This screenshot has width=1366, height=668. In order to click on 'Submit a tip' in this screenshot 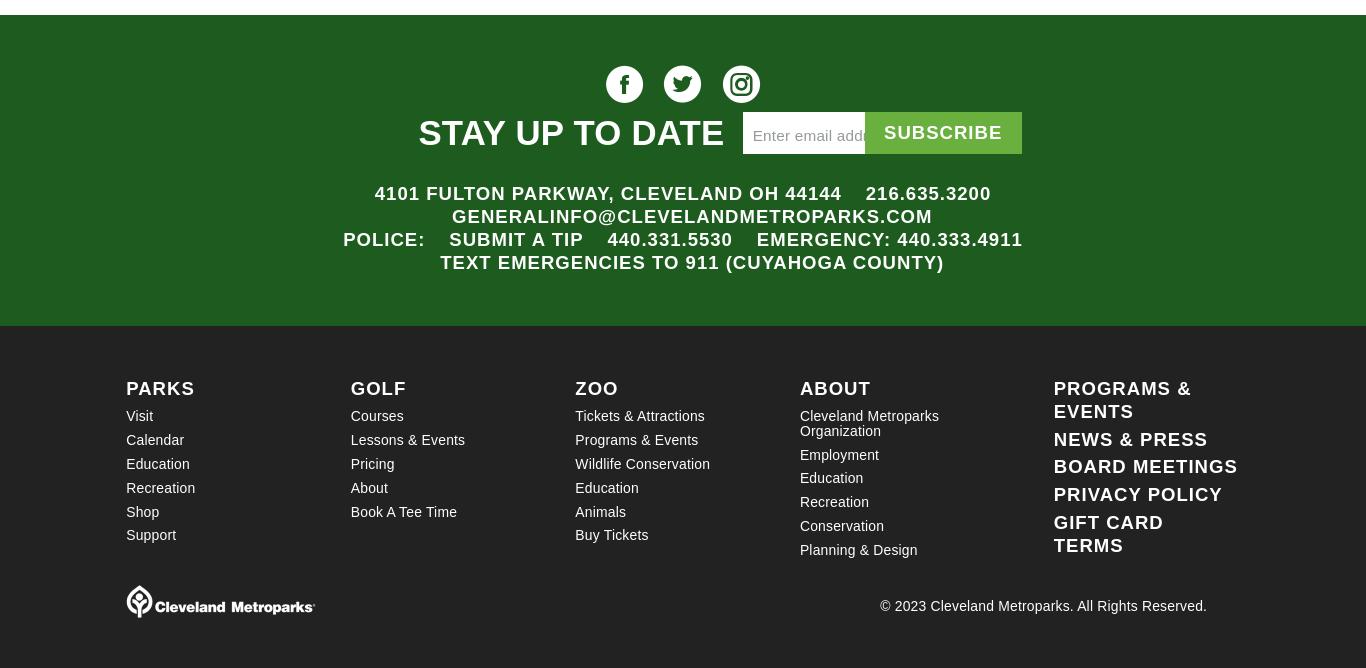, I will do `click(448, 239)`.